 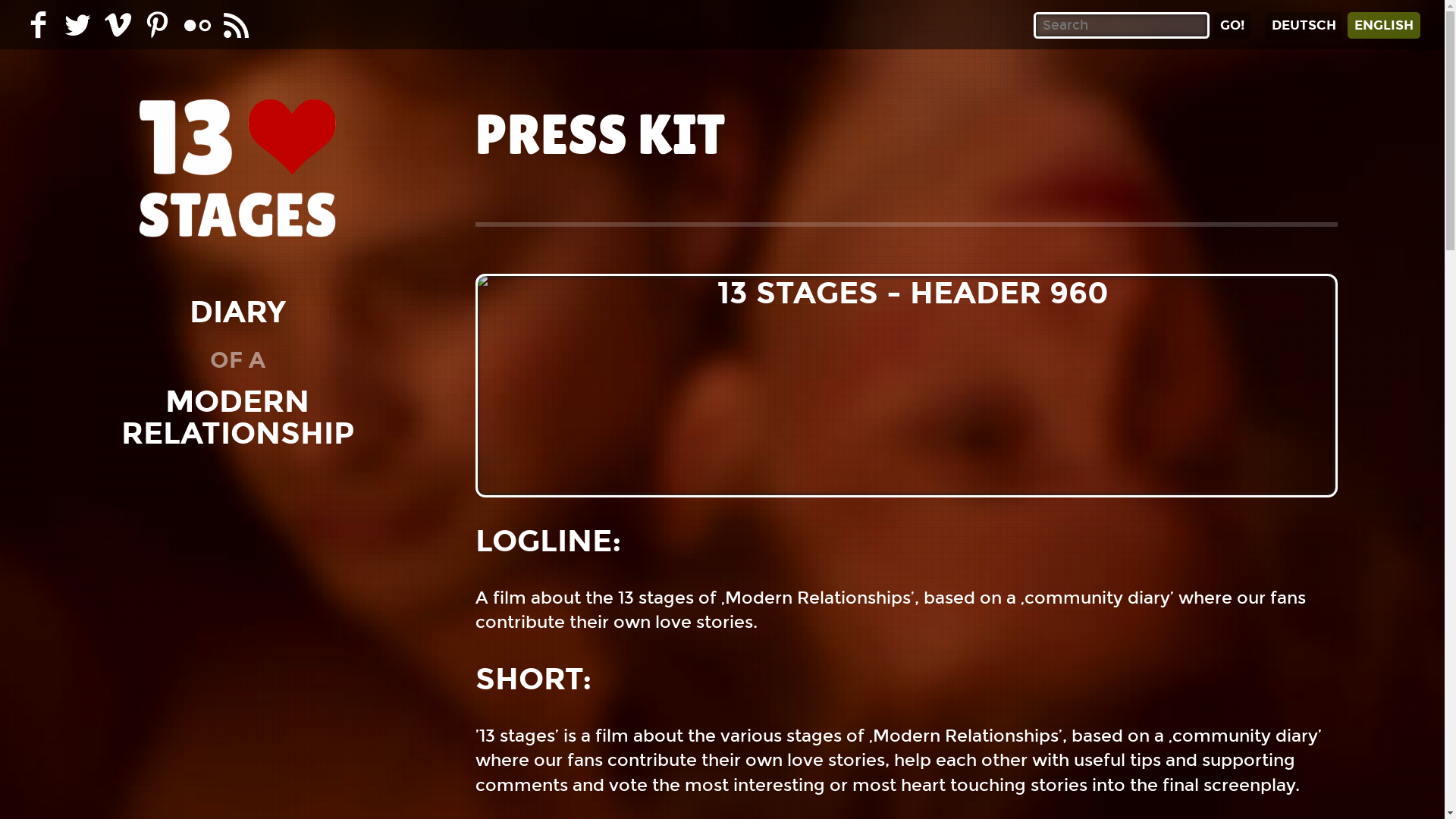 I want to click on ''13 Stufen' auf pinterest', so click(x=157, y=24).